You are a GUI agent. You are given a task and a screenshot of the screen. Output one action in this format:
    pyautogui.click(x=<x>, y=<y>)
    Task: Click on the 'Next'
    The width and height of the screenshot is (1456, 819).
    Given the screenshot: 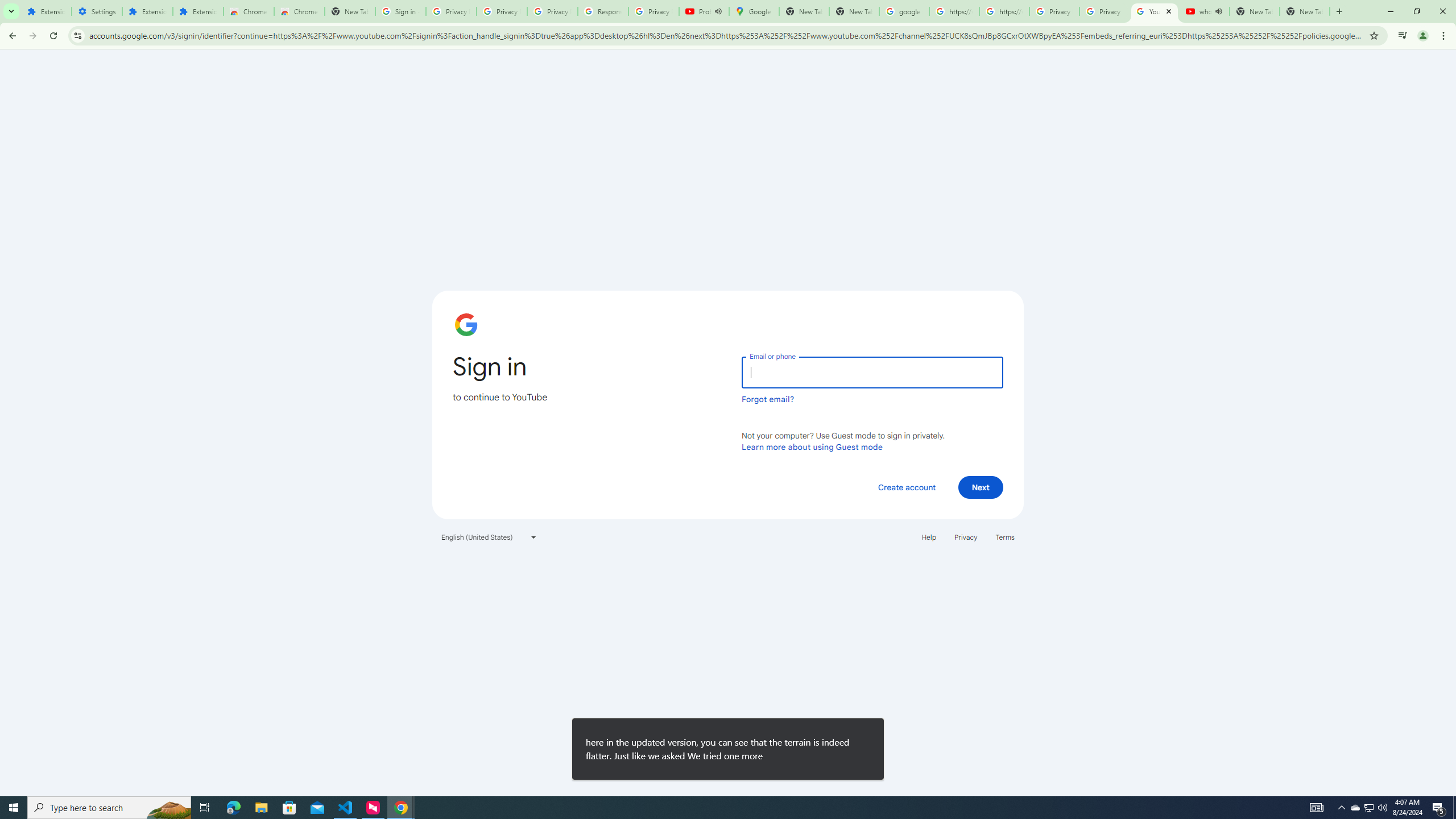 What is the action you would take?
    pyautogui.click(x=981, y=486)
    